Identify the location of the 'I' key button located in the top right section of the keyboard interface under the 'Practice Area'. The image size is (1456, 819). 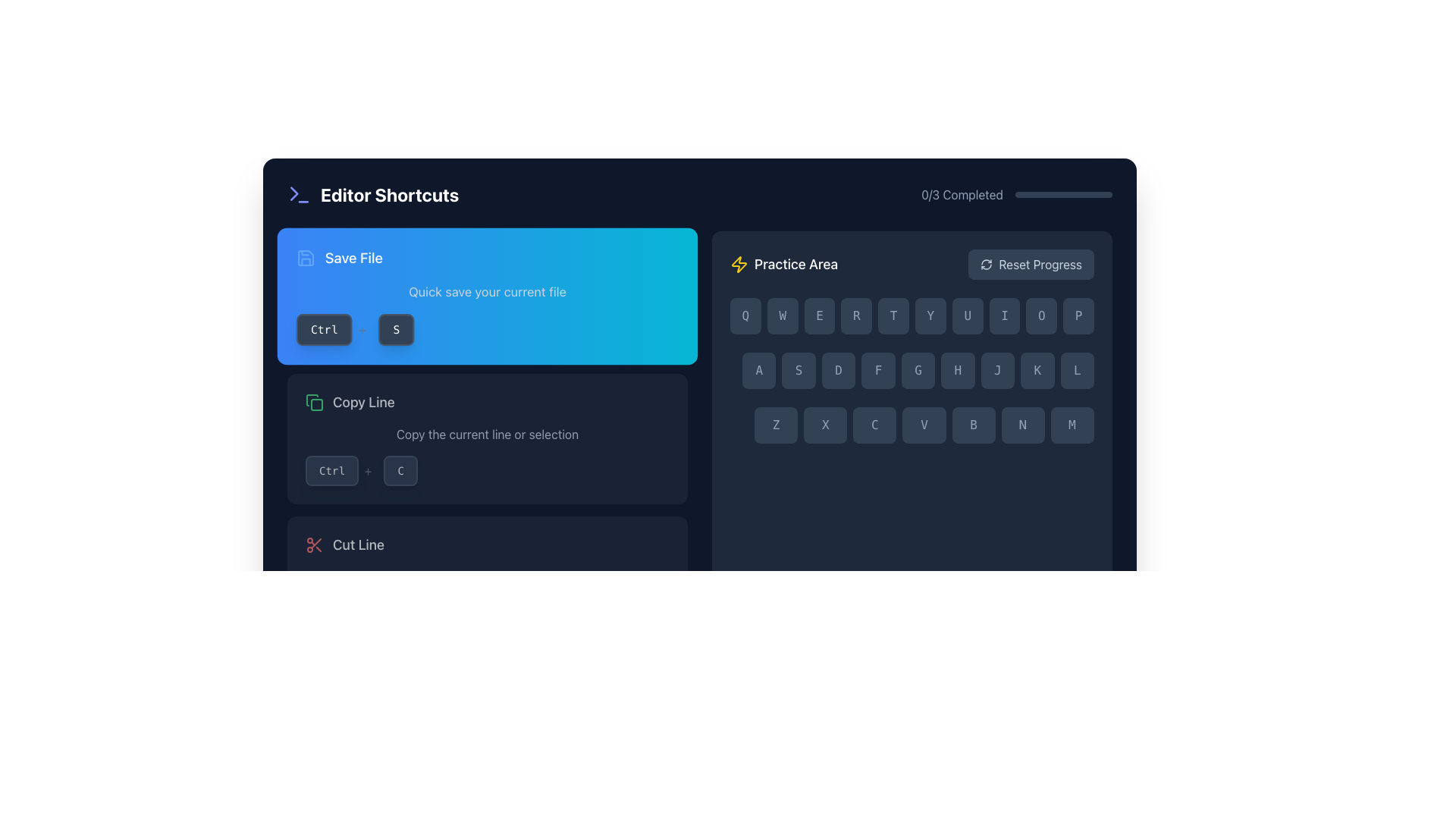
(1004, 315).